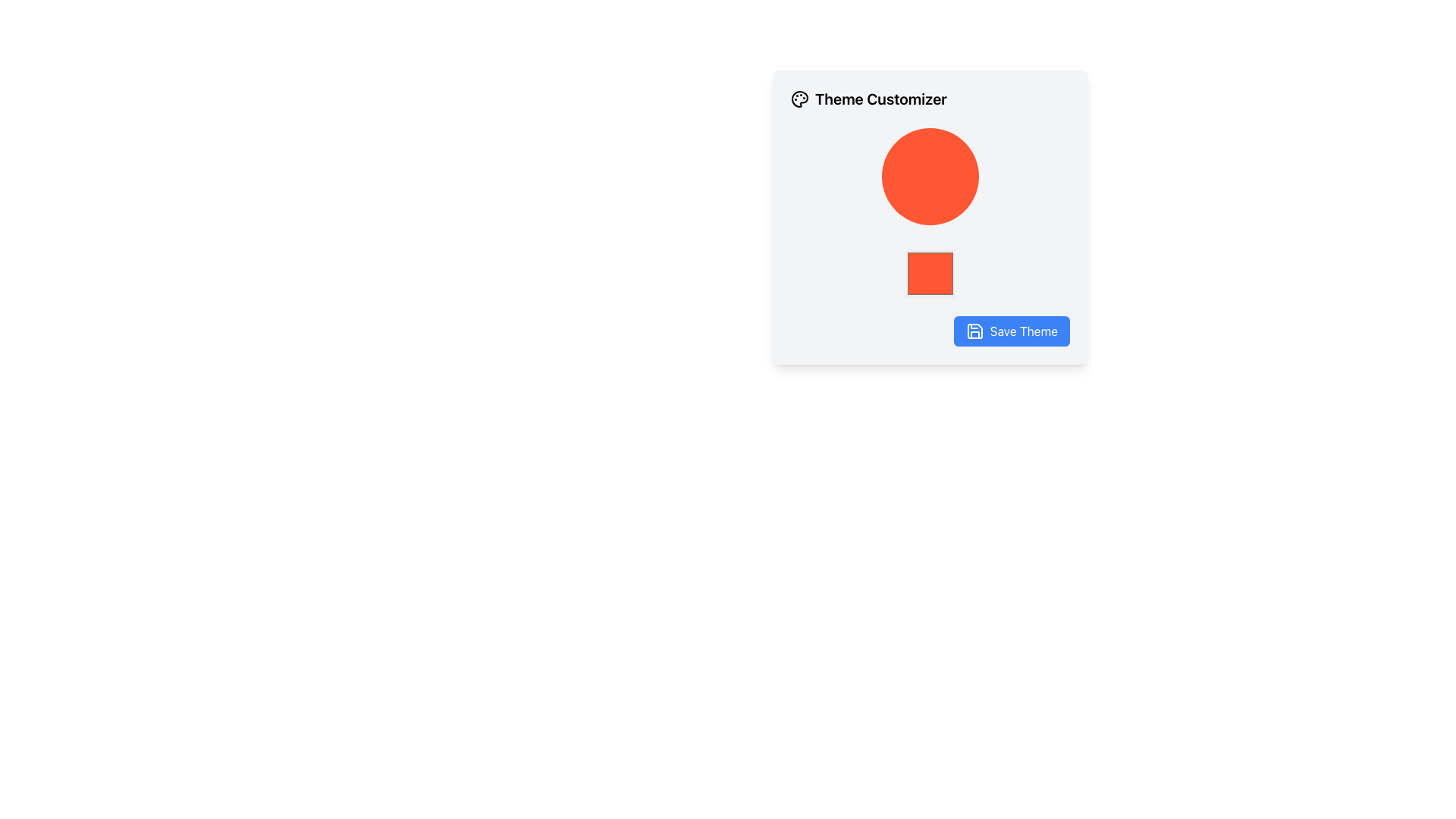 This screenshot has height=819, width=1456. I want to click on the orange square color picker input element located below the circular color preview, so click(930, 274).